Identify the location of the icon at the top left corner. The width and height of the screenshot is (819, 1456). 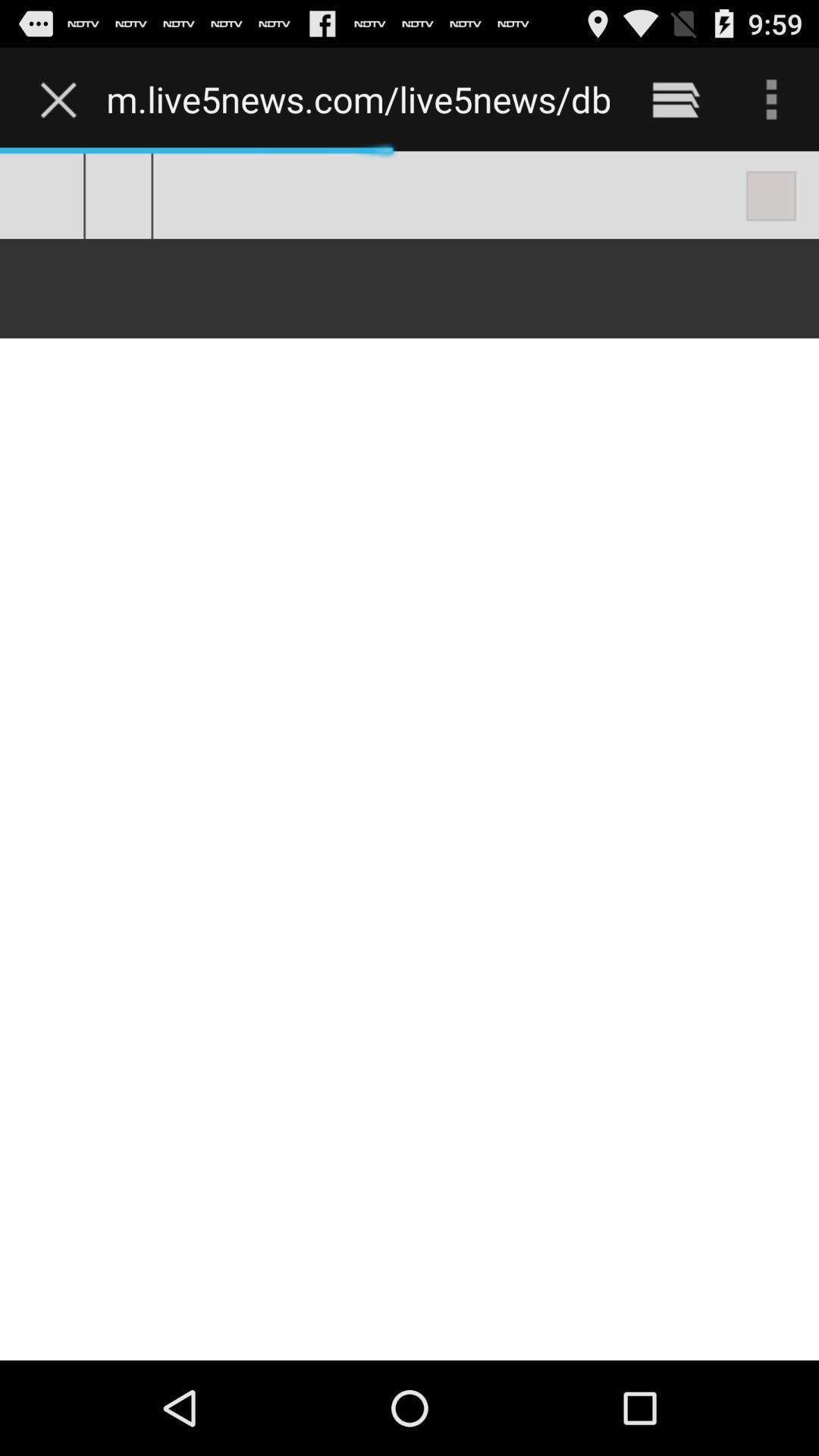
(61, 99).